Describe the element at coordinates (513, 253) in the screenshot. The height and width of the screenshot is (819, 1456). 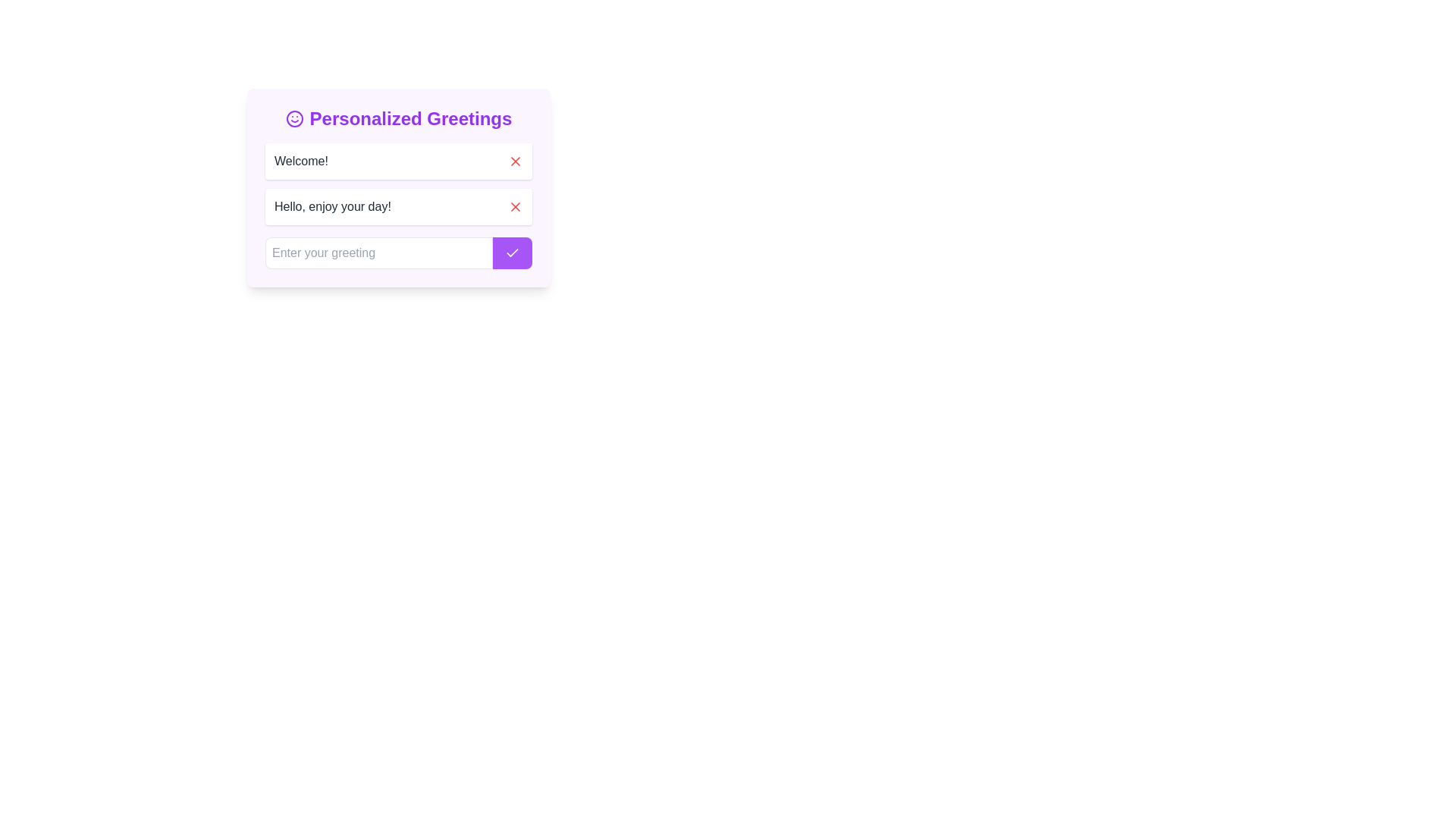
I see `the button with a purple background and a white checkmark icon` at that location.